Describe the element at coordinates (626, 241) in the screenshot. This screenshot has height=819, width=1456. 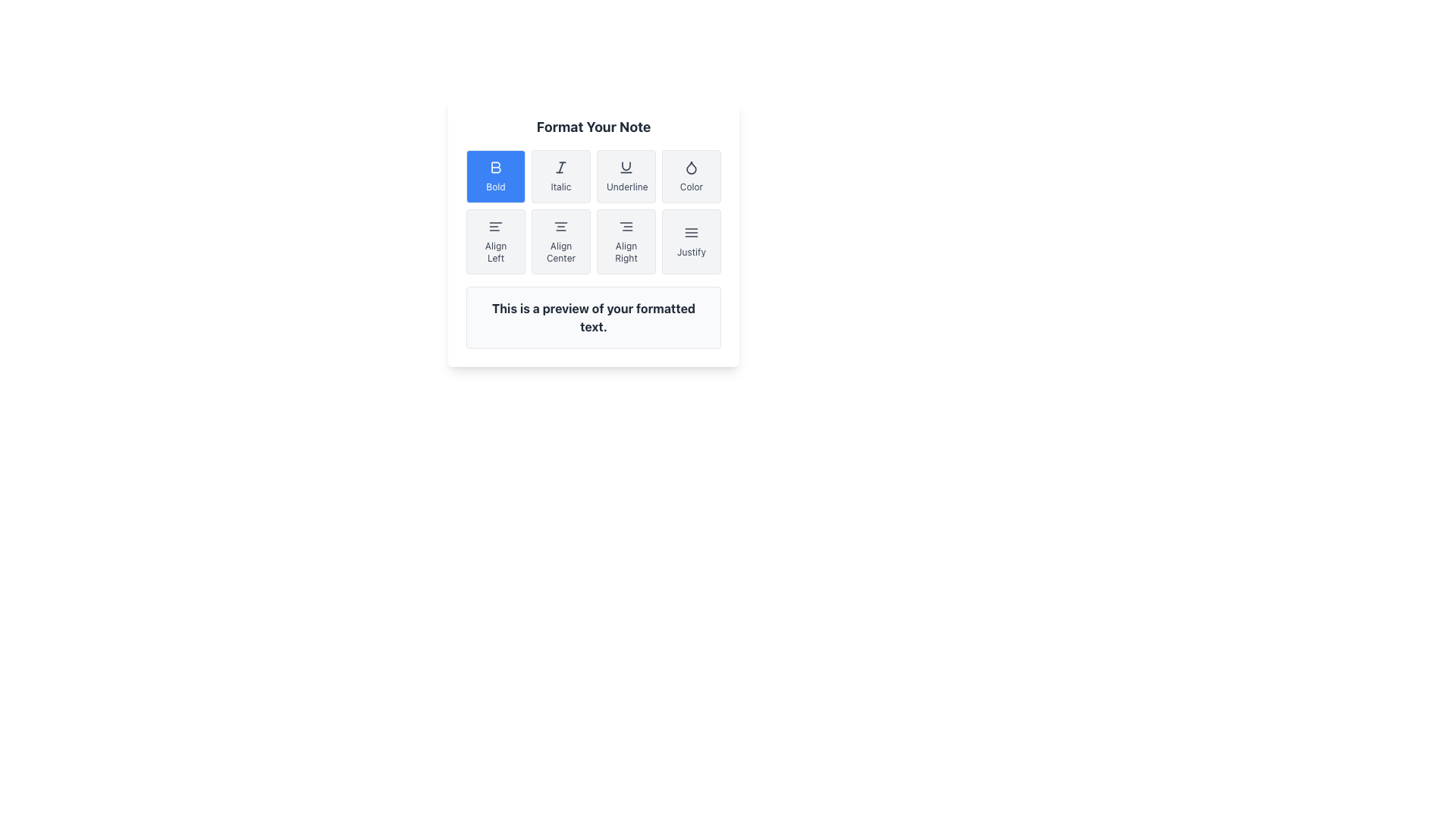
I see `the 'Align Right' button, which is a rectangular button with a light gray background, rounded corners, and an icon of horizontal lines` at that location.